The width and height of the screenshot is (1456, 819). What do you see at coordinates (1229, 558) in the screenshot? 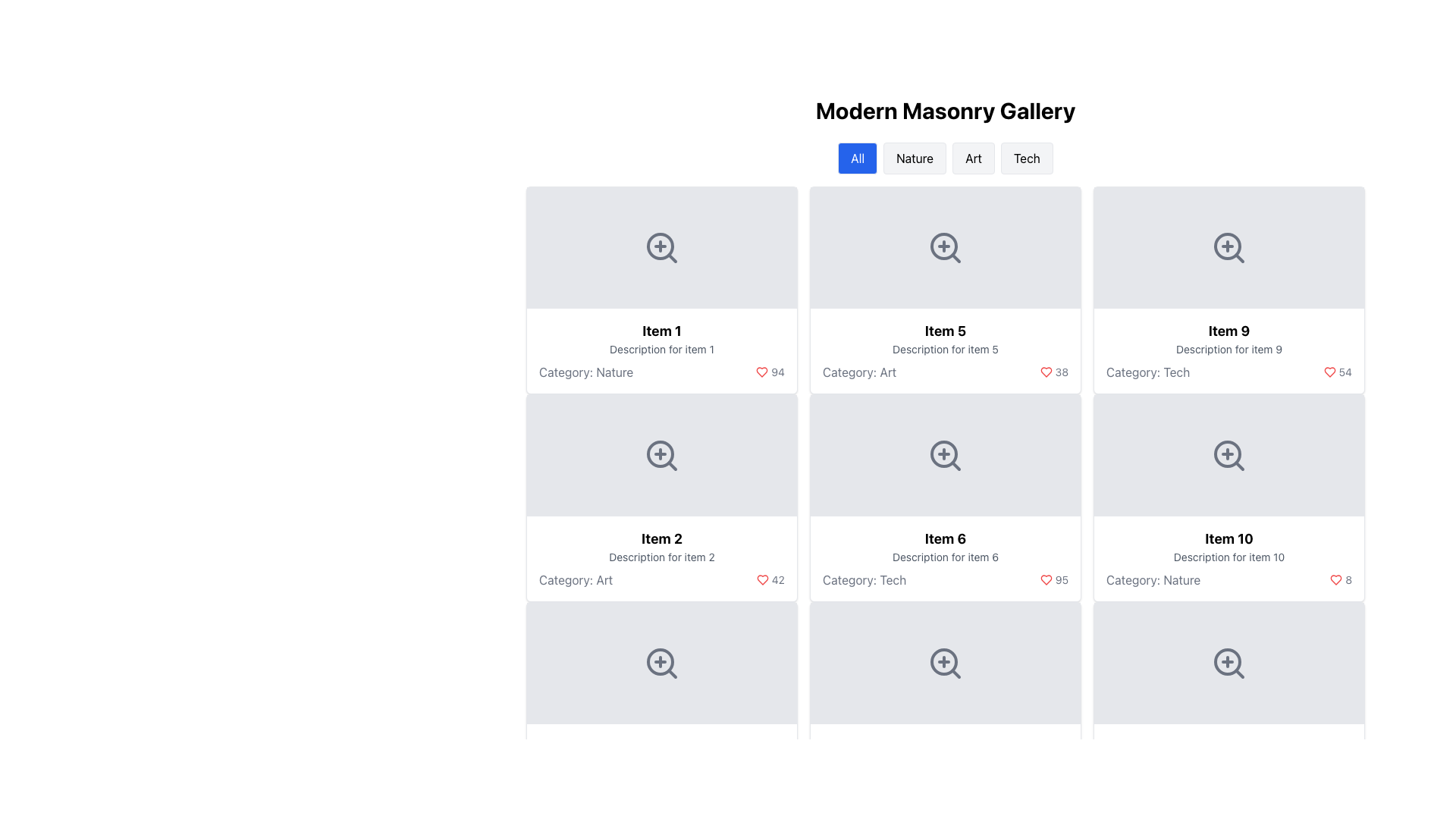
I see `the informational card located in the last column of the grid layout, which provides details about an item including its category and popularity` at bounding box center [1229, 558].